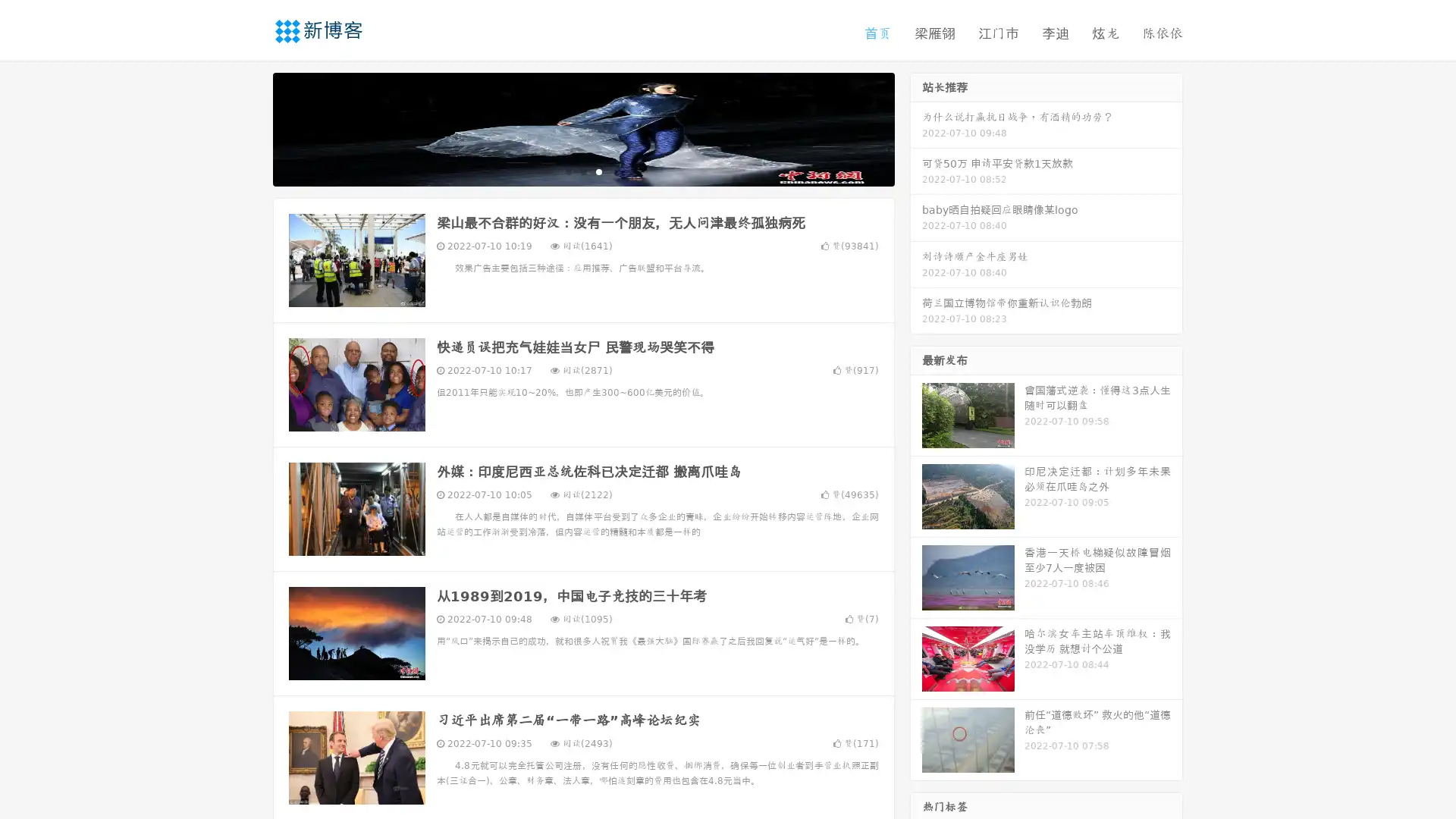 Image resolution: width=1456 pixels, height=819 pixels. Describe the element at coordinates (916, 127) in the screenshot. I see `Next slide` at that location.